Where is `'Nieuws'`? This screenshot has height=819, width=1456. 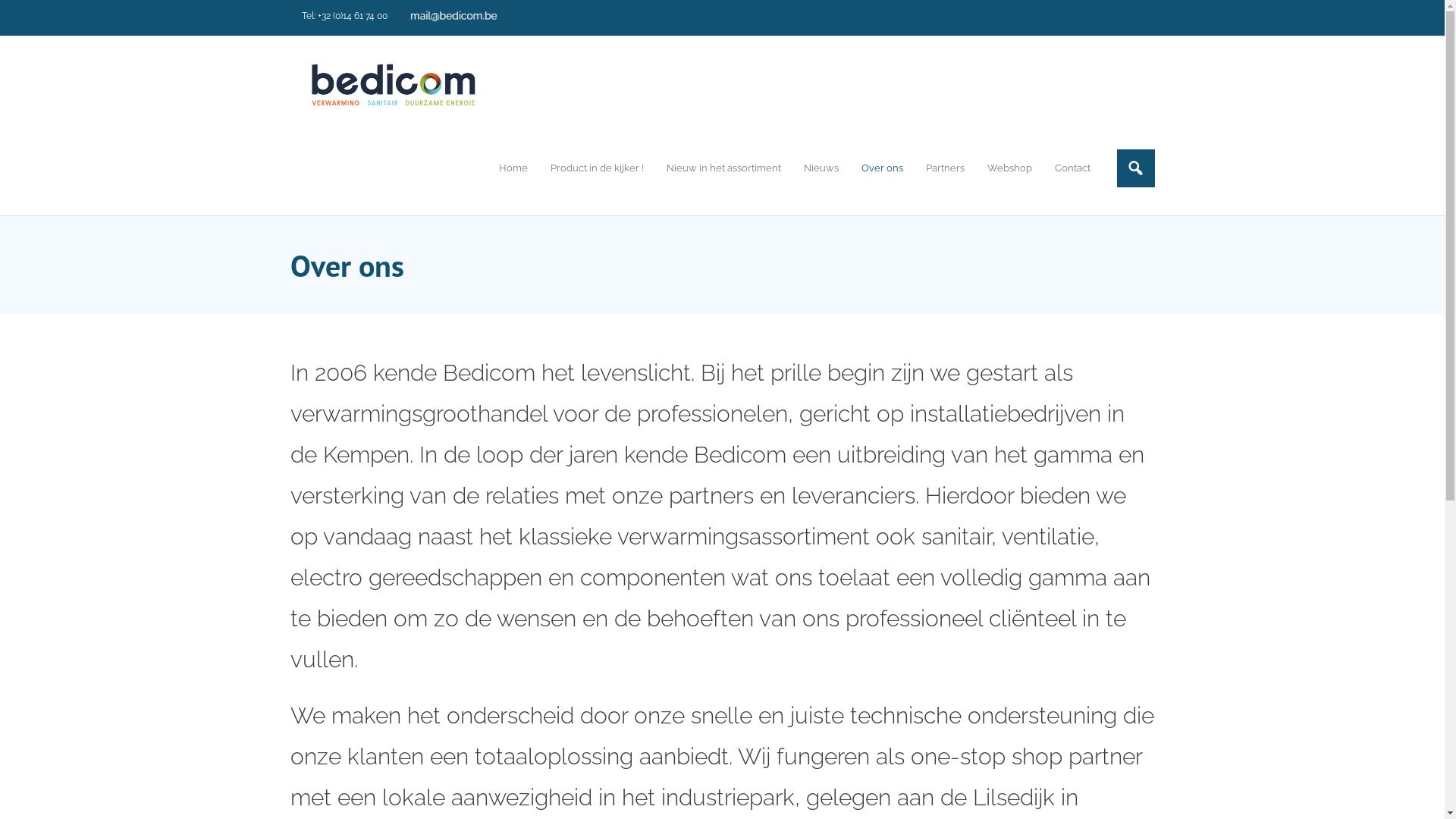
'Nieuws' is located at coordinates (819, 168).